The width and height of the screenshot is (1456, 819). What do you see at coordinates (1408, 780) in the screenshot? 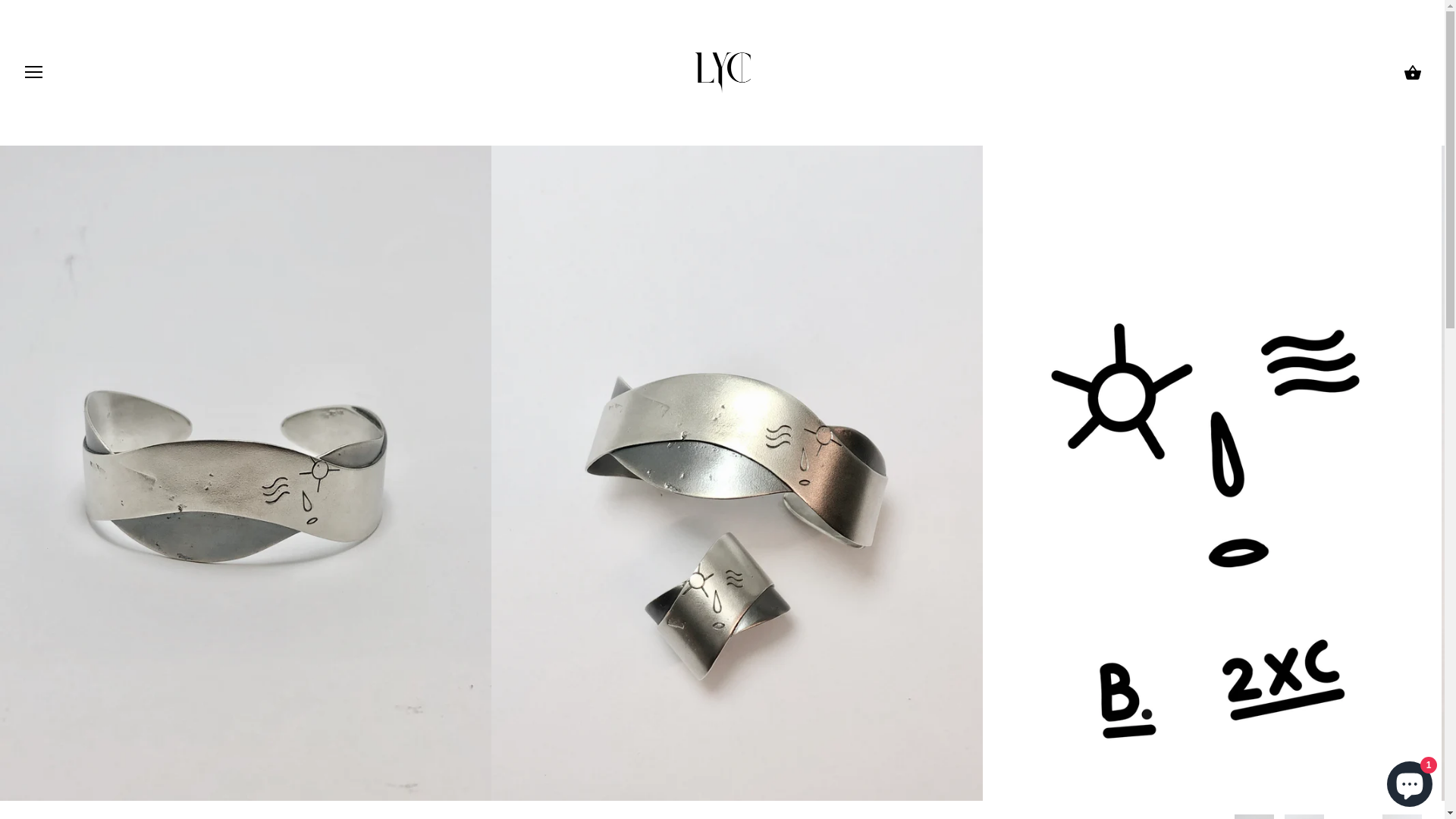
I see `'Chat de la boutique en ligne Shopify'` at bounding box center [1408, 780].